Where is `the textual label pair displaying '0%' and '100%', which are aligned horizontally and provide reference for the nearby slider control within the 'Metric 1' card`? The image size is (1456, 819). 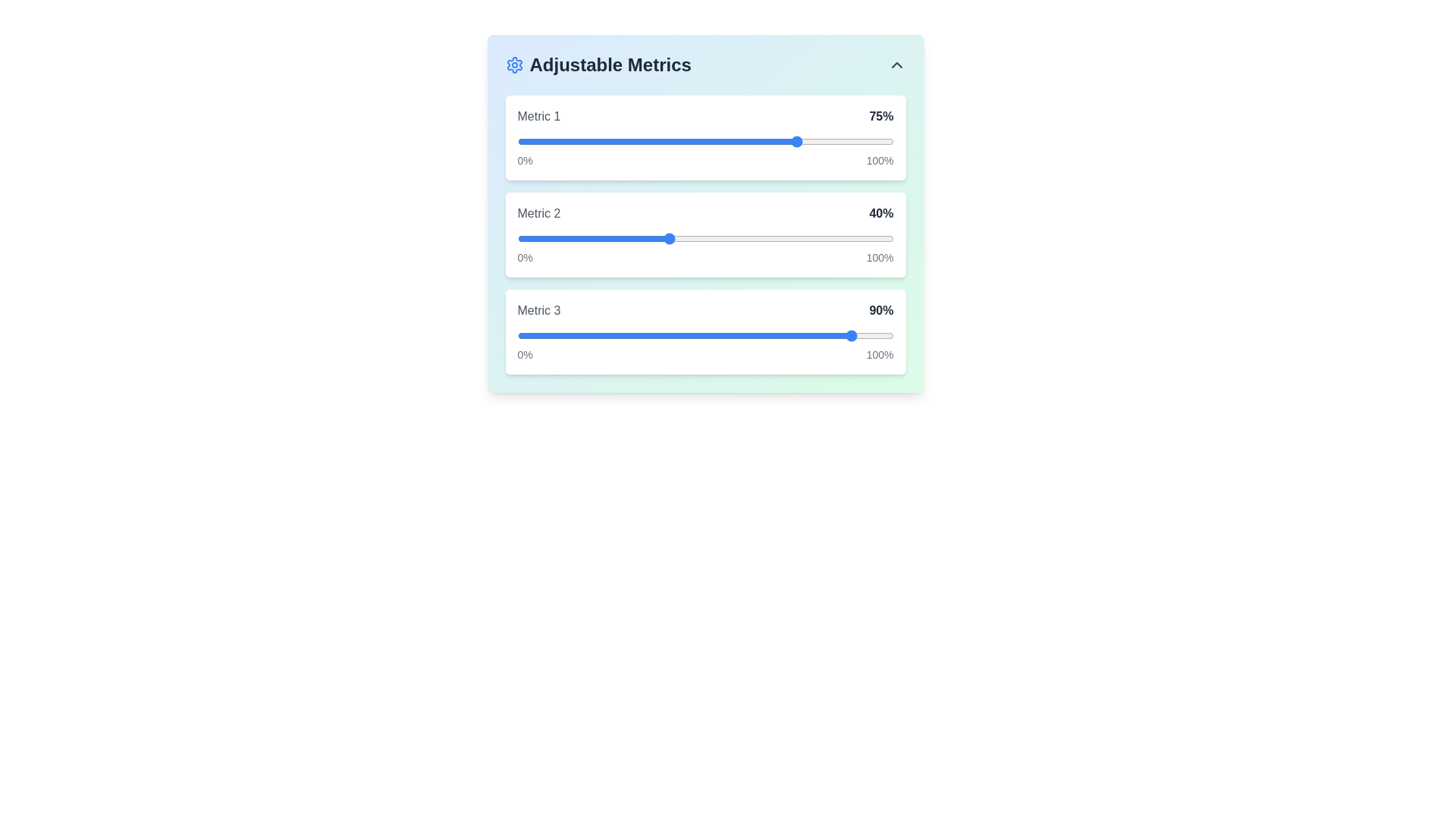 the textual label pair displaying '0%' and '100%', which are aligned horizontally and provide reference for the nearby slider control within the 'Metric 1' card is located at coordinates (704, 161).